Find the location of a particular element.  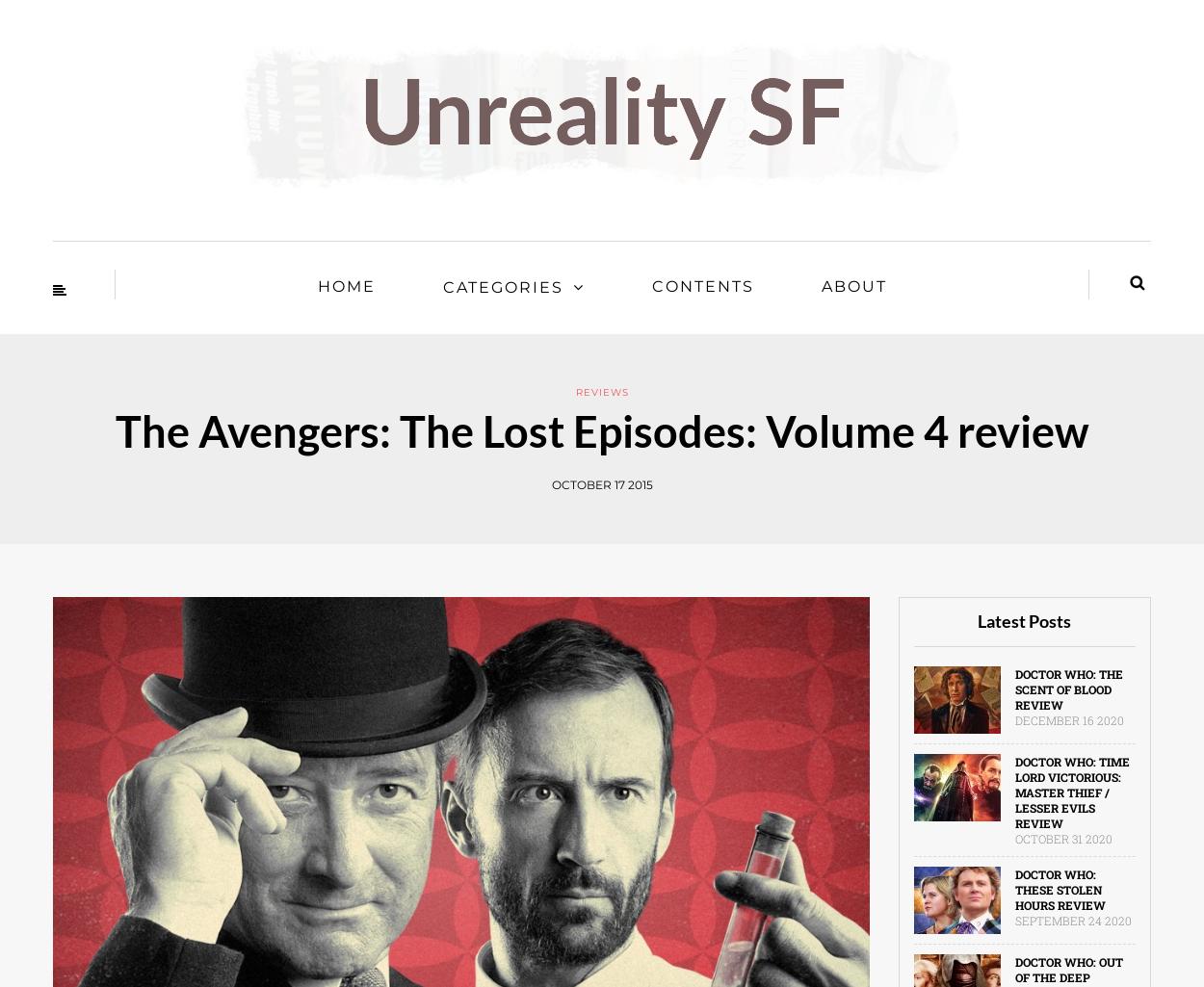

'December 16 2020' is located at coordinates (1067, 720).